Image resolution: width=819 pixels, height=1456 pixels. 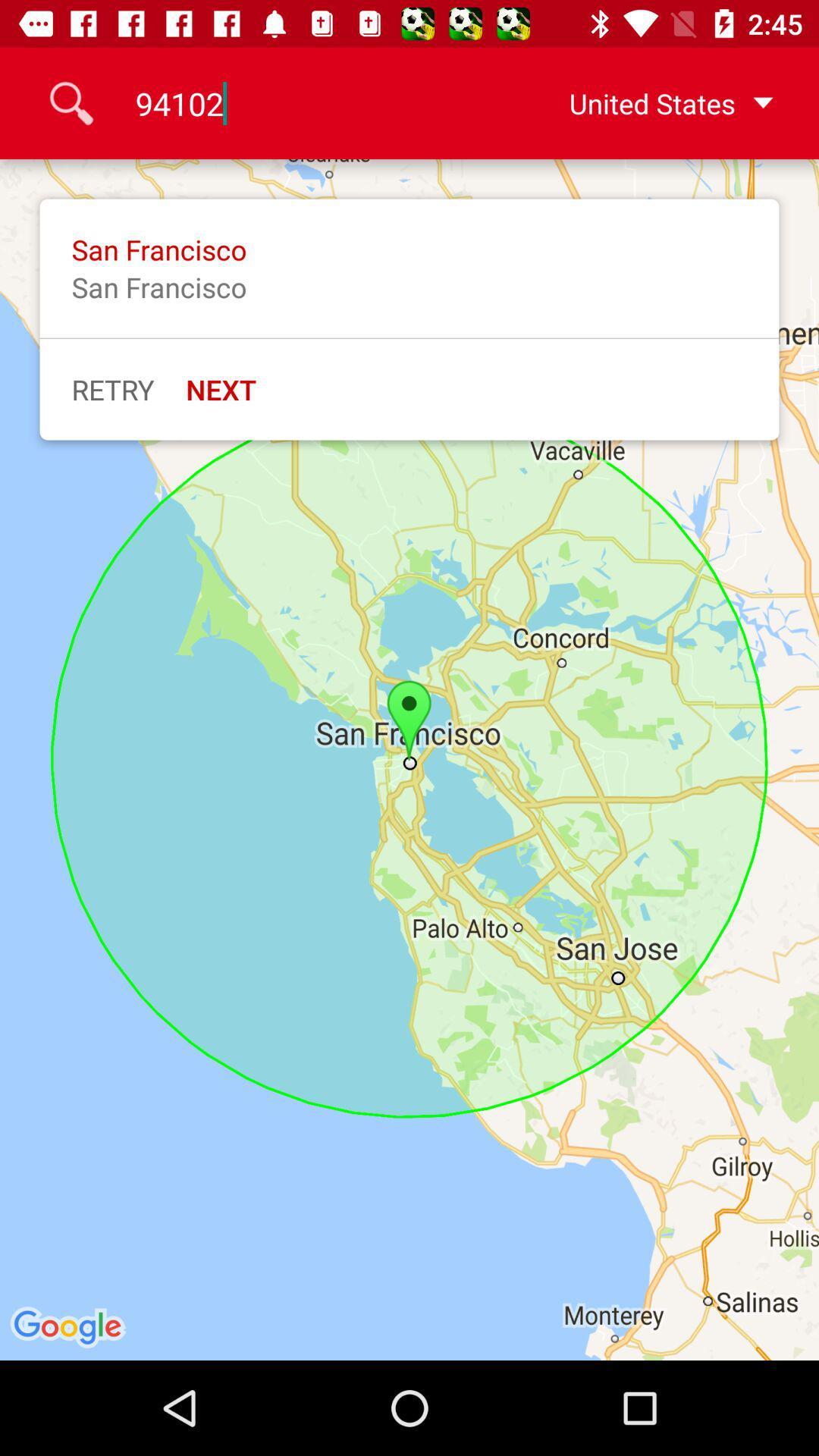 What do you see at coordinates (309, 102) in the screenshot?
I see `icon next to the united states` at bounding box center [309, 102].